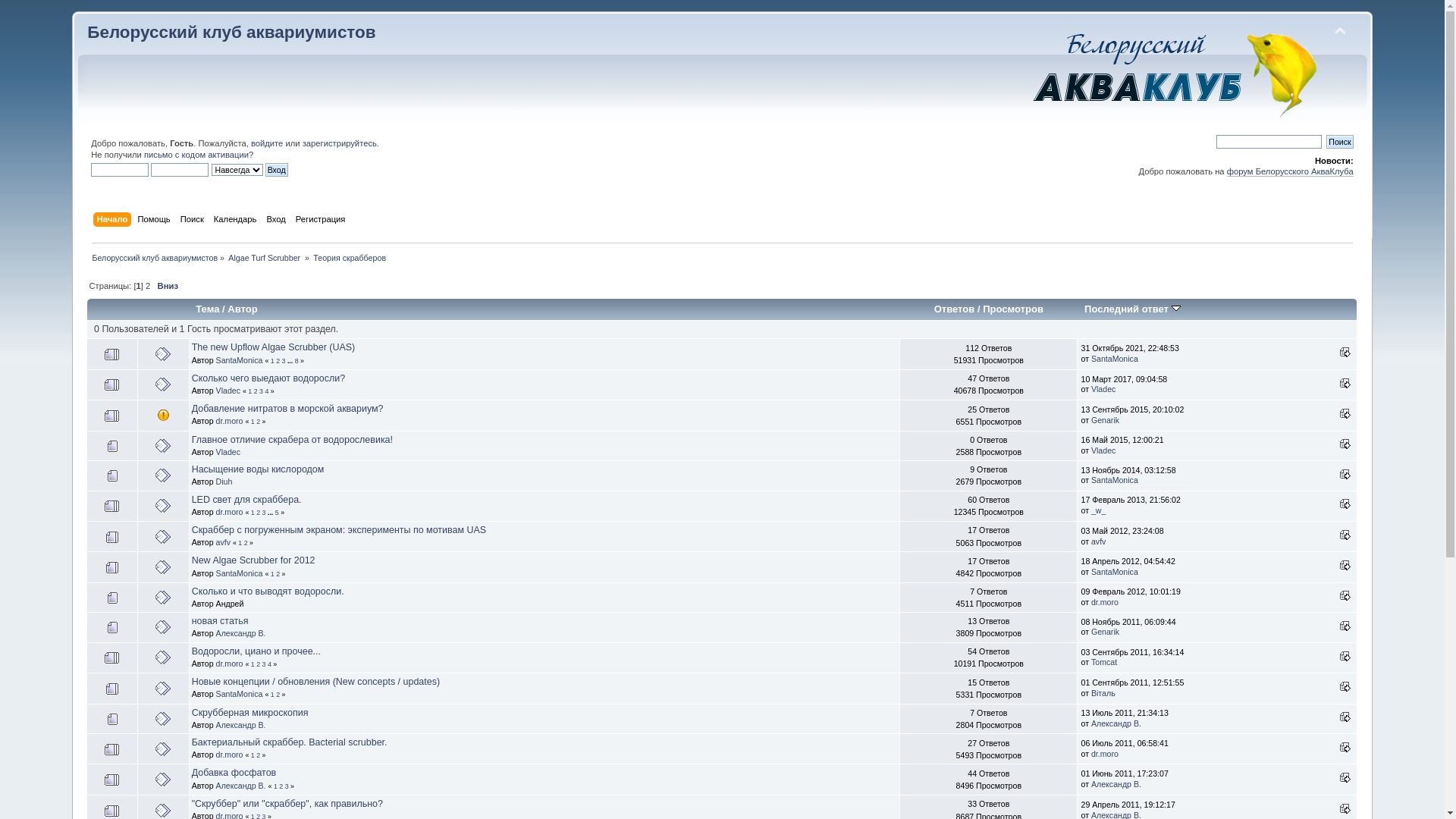 This screenshot has height=819, width=1456. I want to click on 'Tomcat', so click(1103, 661).